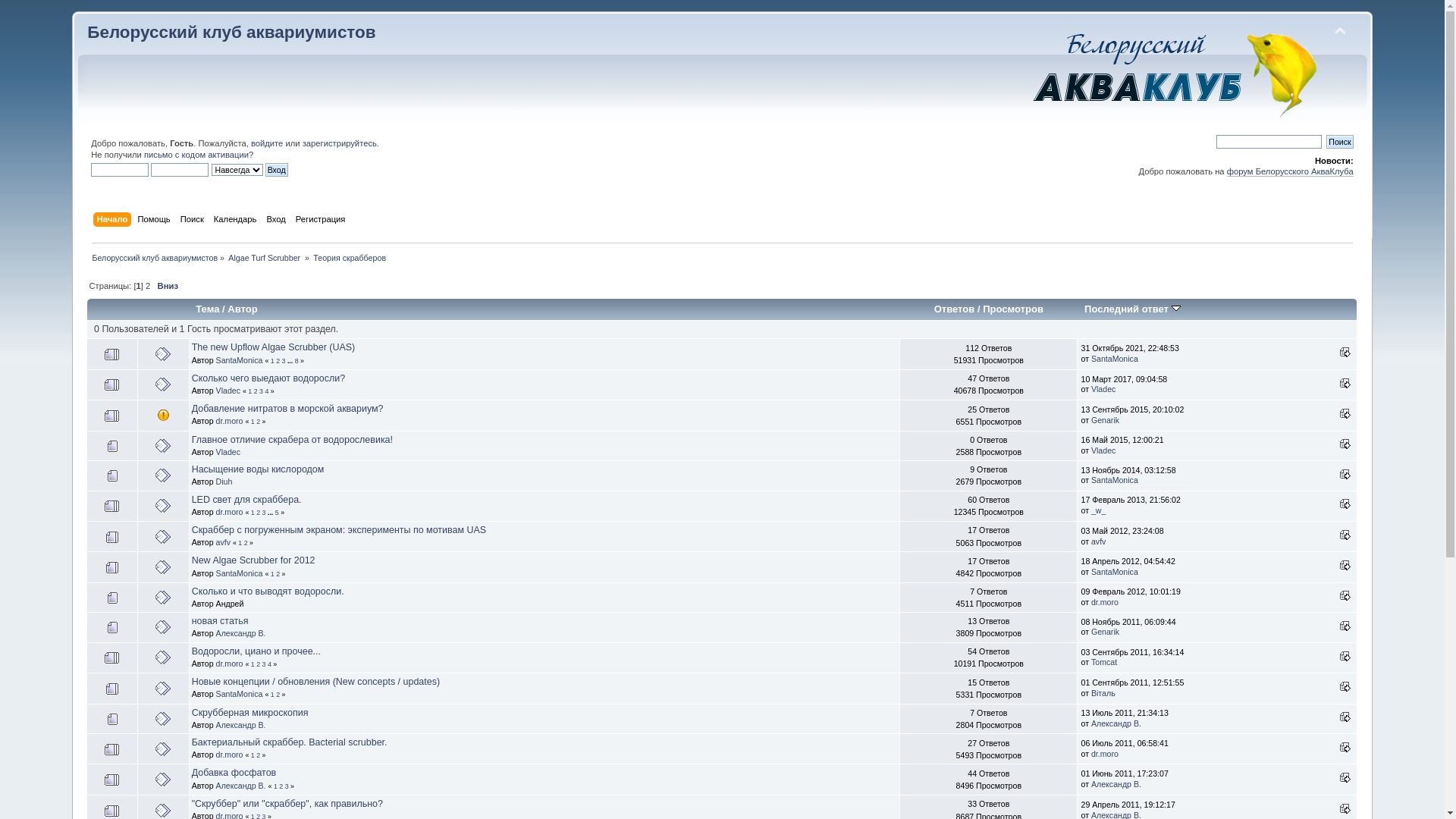 This screenshot has height=819, width=1456. I want to click on 'Tomcat', so click(1103, 661).